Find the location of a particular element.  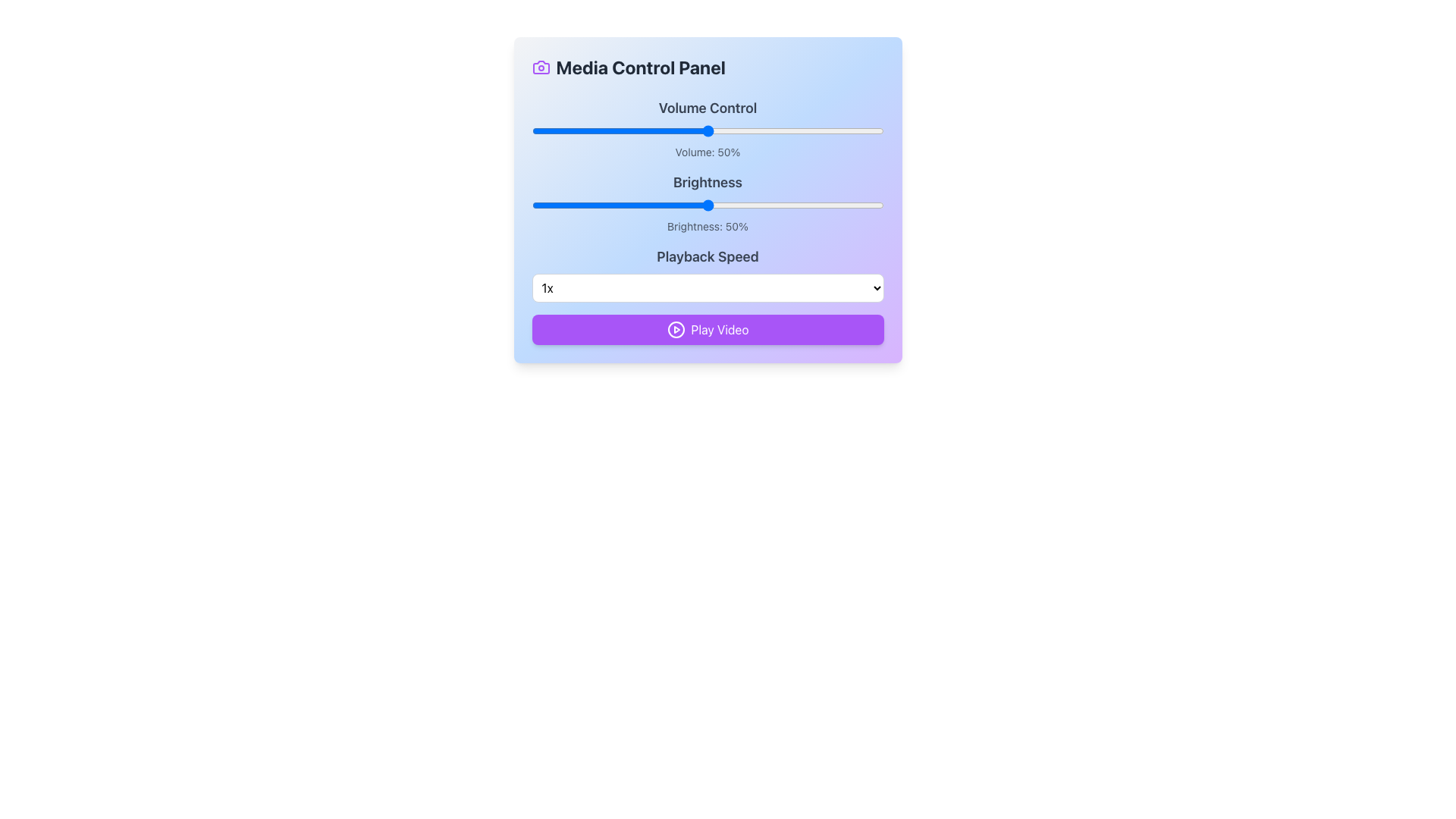

volume is located at coordinates (580, 130).